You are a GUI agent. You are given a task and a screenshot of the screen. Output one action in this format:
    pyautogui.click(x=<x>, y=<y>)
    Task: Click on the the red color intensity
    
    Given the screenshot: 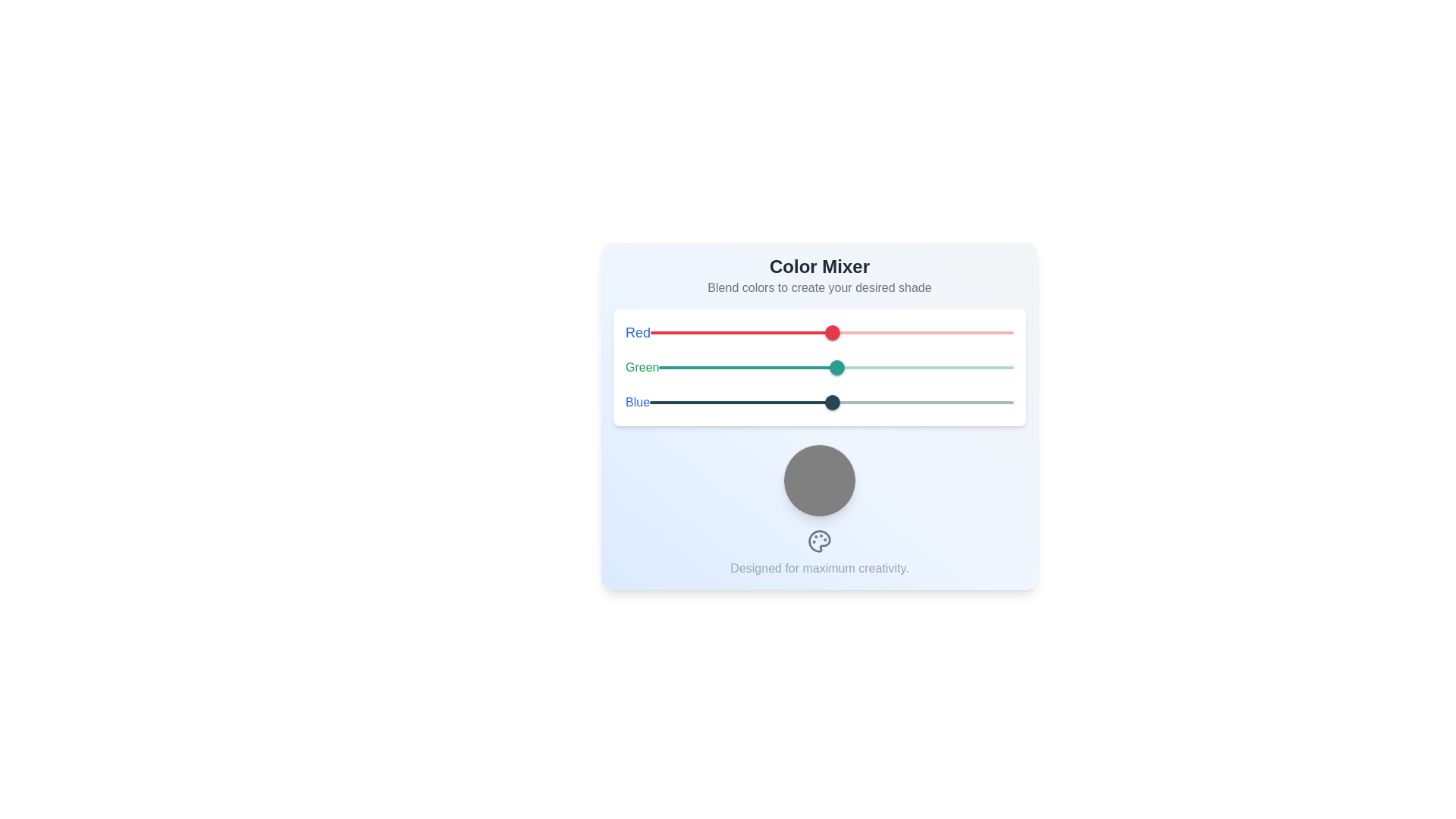 What is the action you would take?
    pyautogui.click(x=910, y=332)
    